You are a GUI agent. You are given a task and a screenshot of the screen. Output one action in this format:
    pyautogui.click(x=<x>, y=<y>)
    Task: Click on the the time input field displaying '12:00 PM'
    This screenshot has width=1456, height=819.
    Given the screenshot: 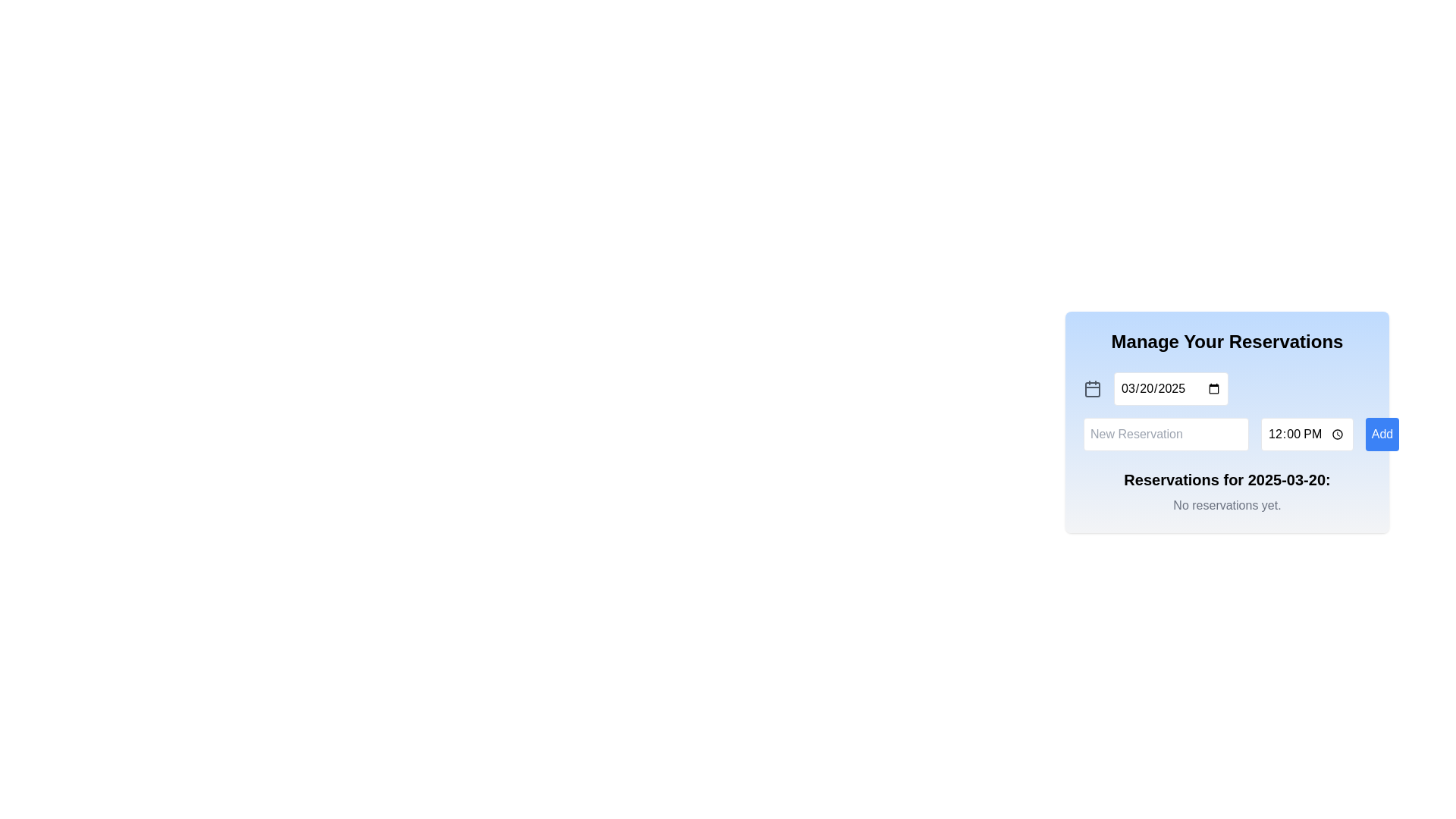 What is the action you would take?
    pyautogui.click(x=1306, y=435)
    